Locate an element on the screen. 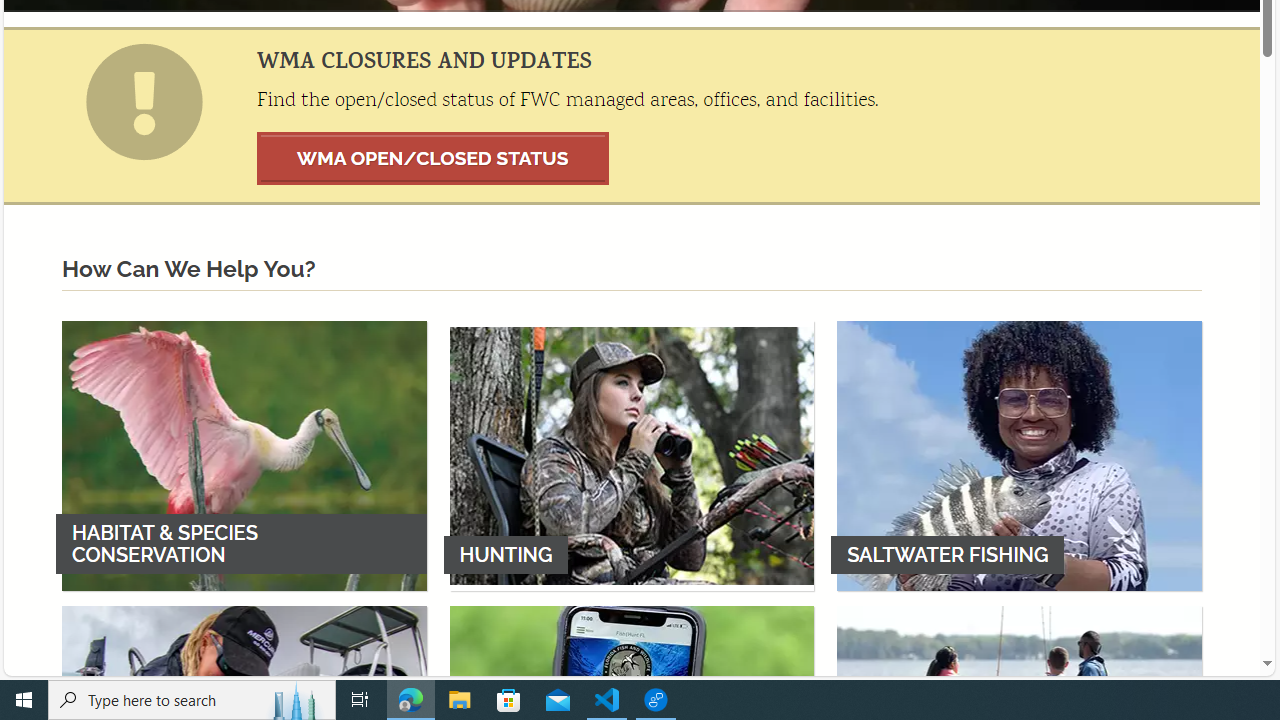 Image resolution: width=1280 pixels, height=720 pixels. 'HABITAT & SPECIES CONSERVATION' is located at coordinates (243, 455).